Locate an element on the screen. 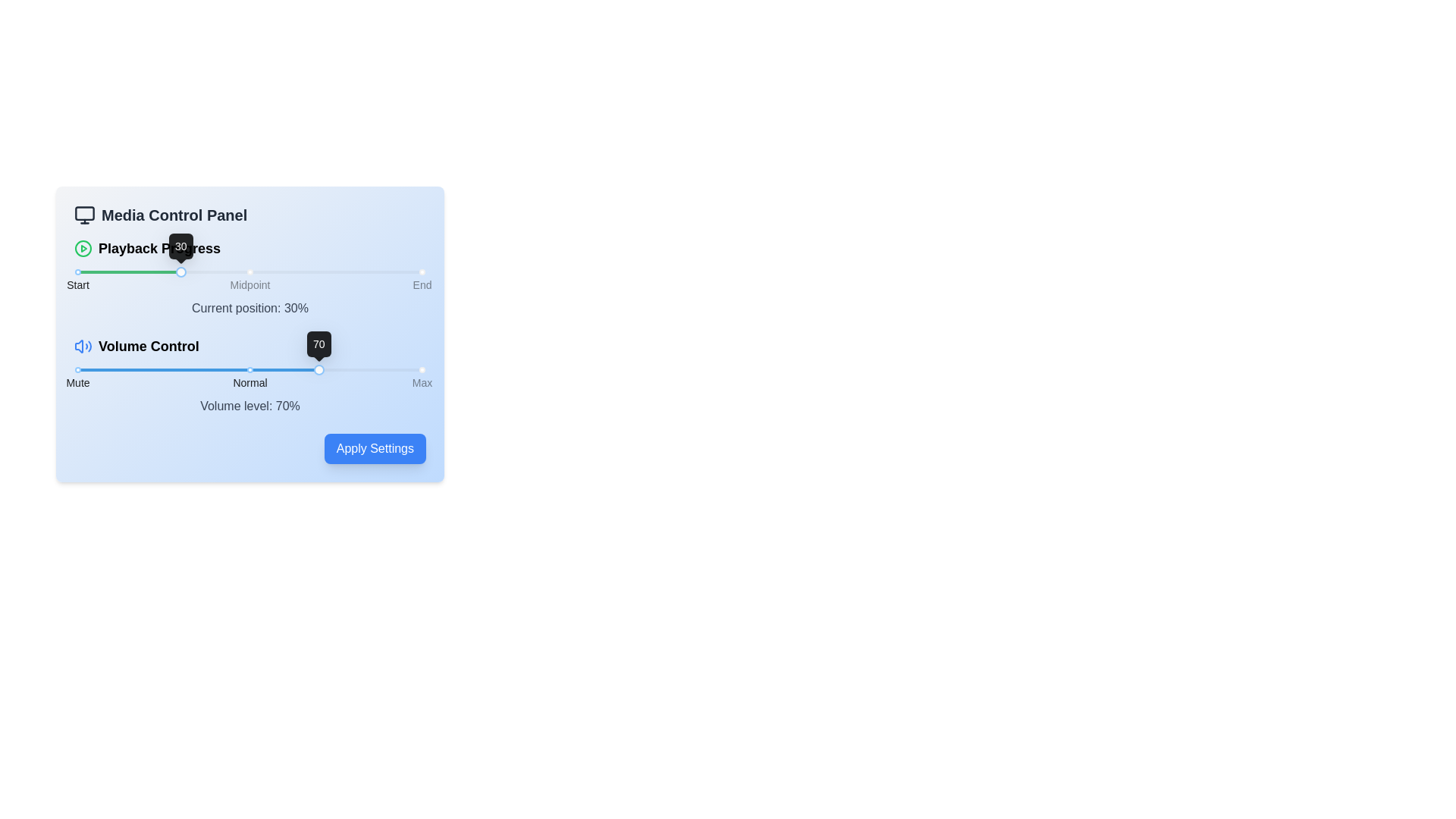 The height and width of the screenshot is (819, 1456). the slider is located at coordinates (157, 370).